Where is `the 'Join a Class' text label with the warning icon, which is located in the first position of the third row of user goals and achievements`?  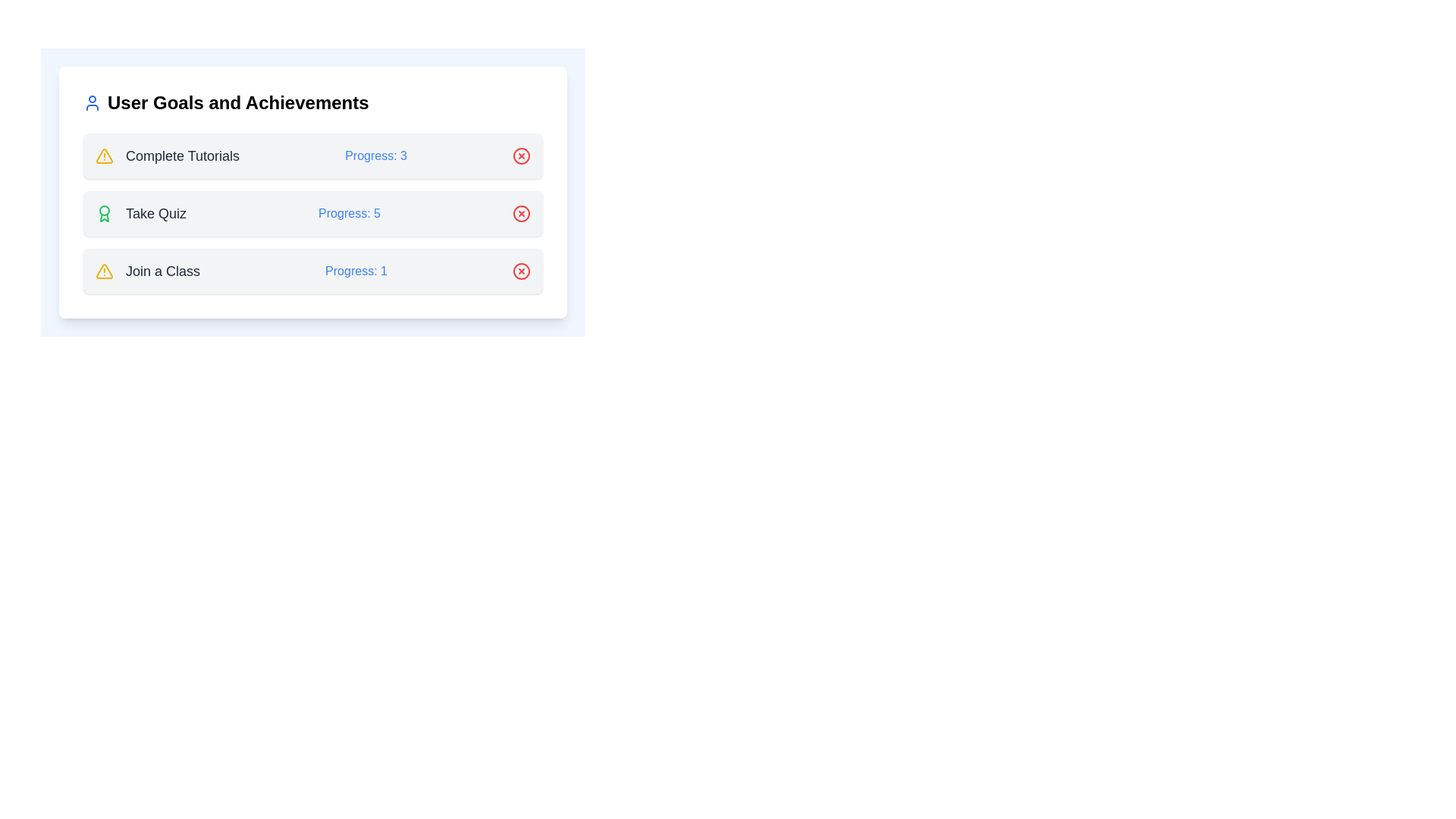
the 'Join a Class' text label with the warning icon, which is located in the first position of the third row of user goals and achievements is located at coordinates (148, 271).